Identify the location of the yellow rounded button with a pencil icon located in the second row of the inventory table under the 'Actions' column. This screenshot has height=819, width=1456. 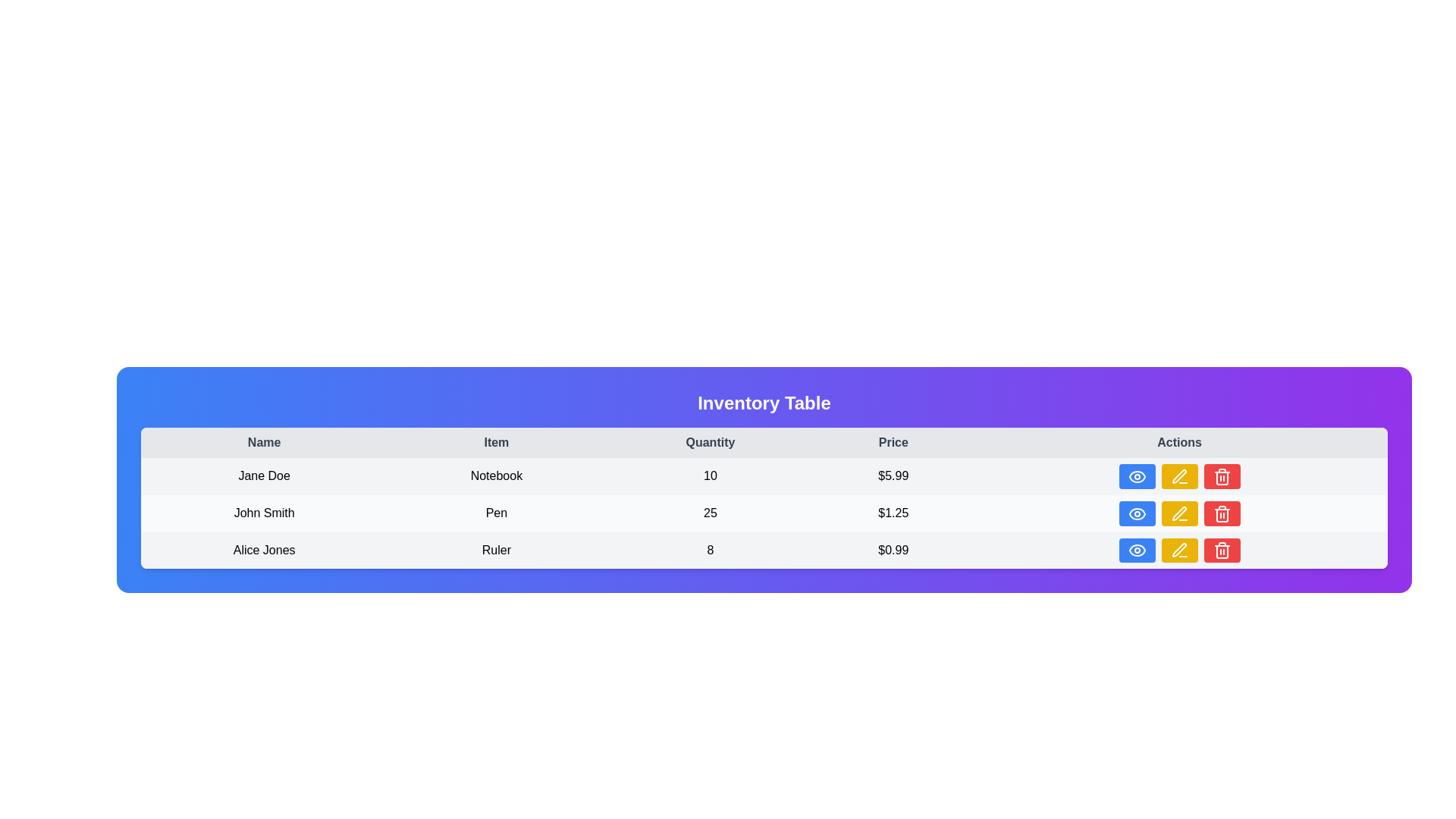
(1178, 475).